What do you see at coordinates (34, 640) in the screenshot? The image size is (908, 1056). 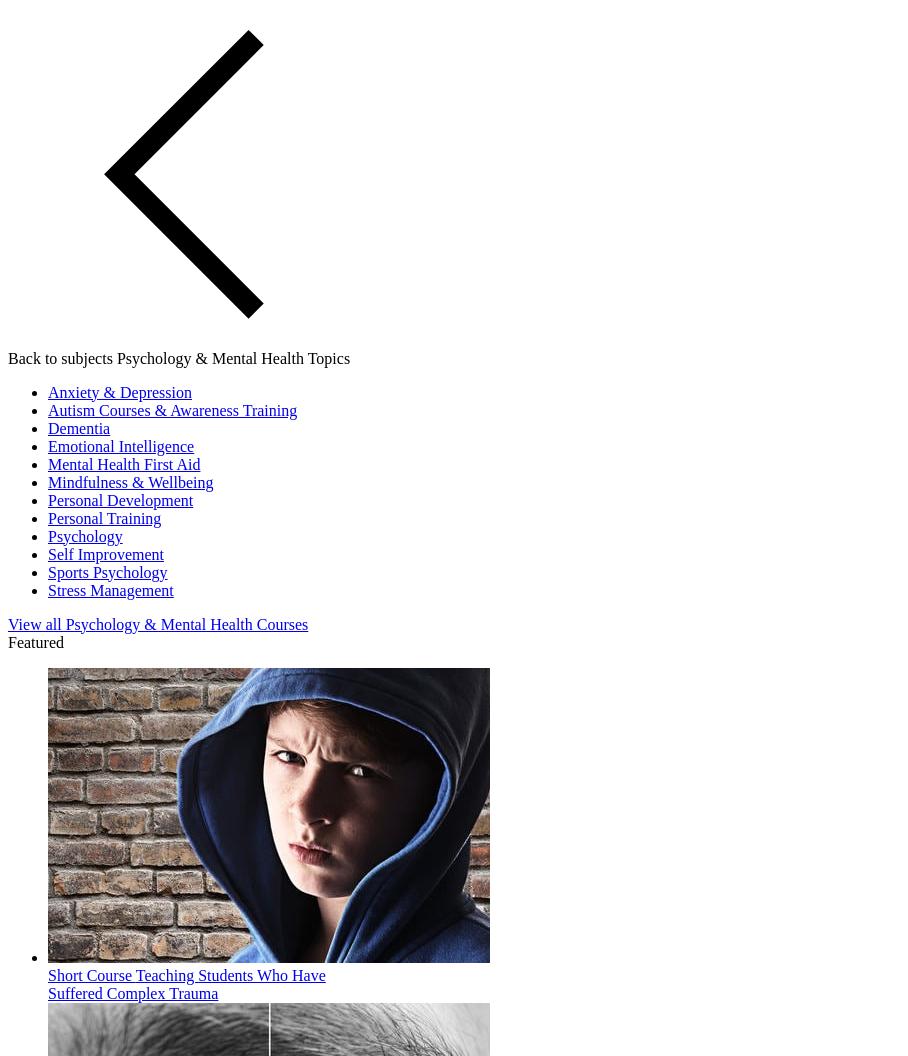 I see `'Featured'` at bounding box center [34, 640].